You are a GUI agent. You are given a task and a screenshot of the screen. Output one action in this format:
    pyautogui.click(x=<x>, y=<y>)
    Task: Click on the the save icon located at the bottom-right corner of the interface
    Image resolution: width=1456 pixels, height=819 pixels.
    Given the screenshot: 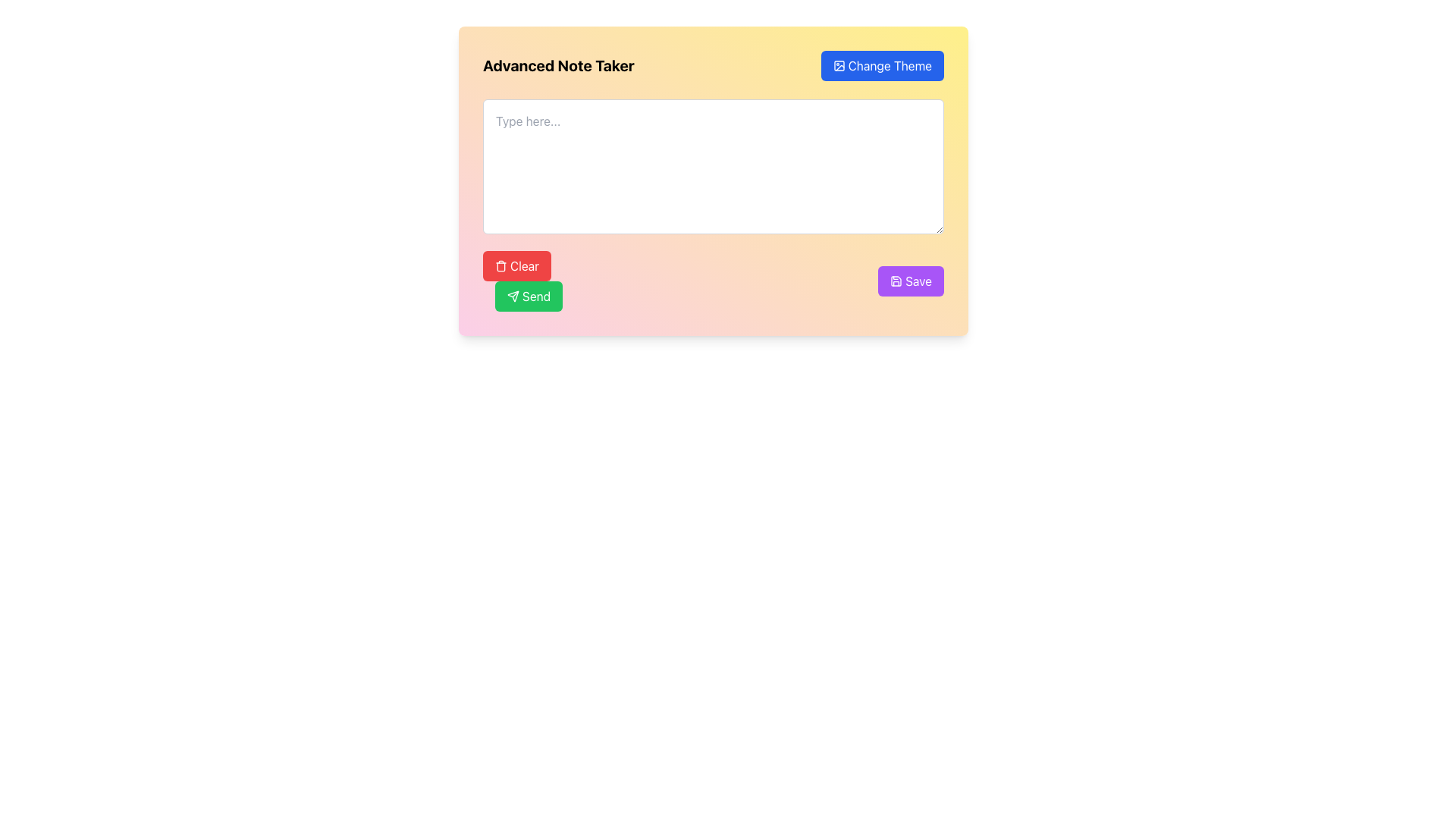 What is the action you would take?
    pyautogui.click(x=896, y=281)
    